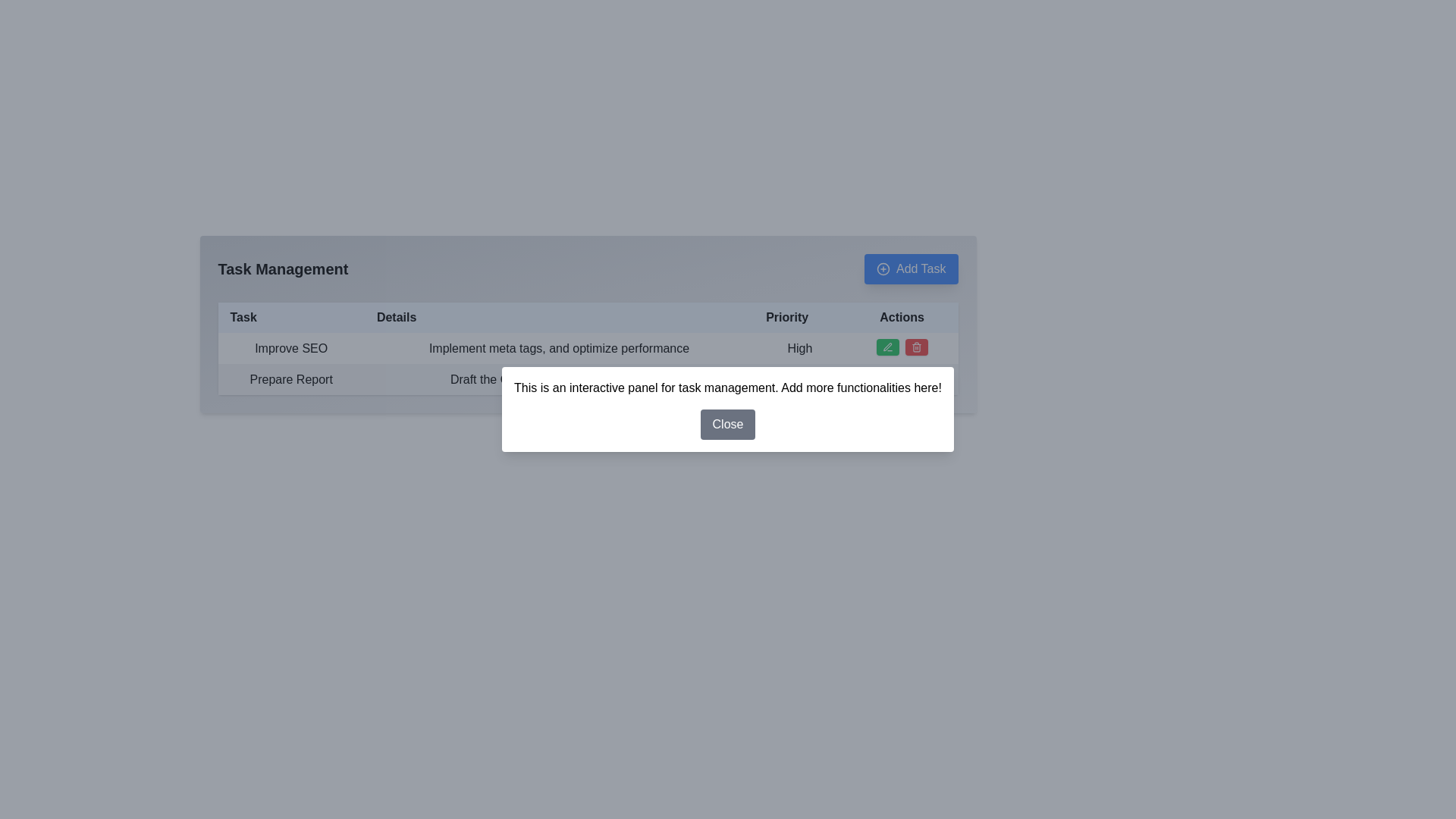  I want to click on the Text display element that shows 'Implement meta tags, and optimize performance', located in the 'Details' column of the table, between 'Improve SEO' and 'High', so click(558, 348).